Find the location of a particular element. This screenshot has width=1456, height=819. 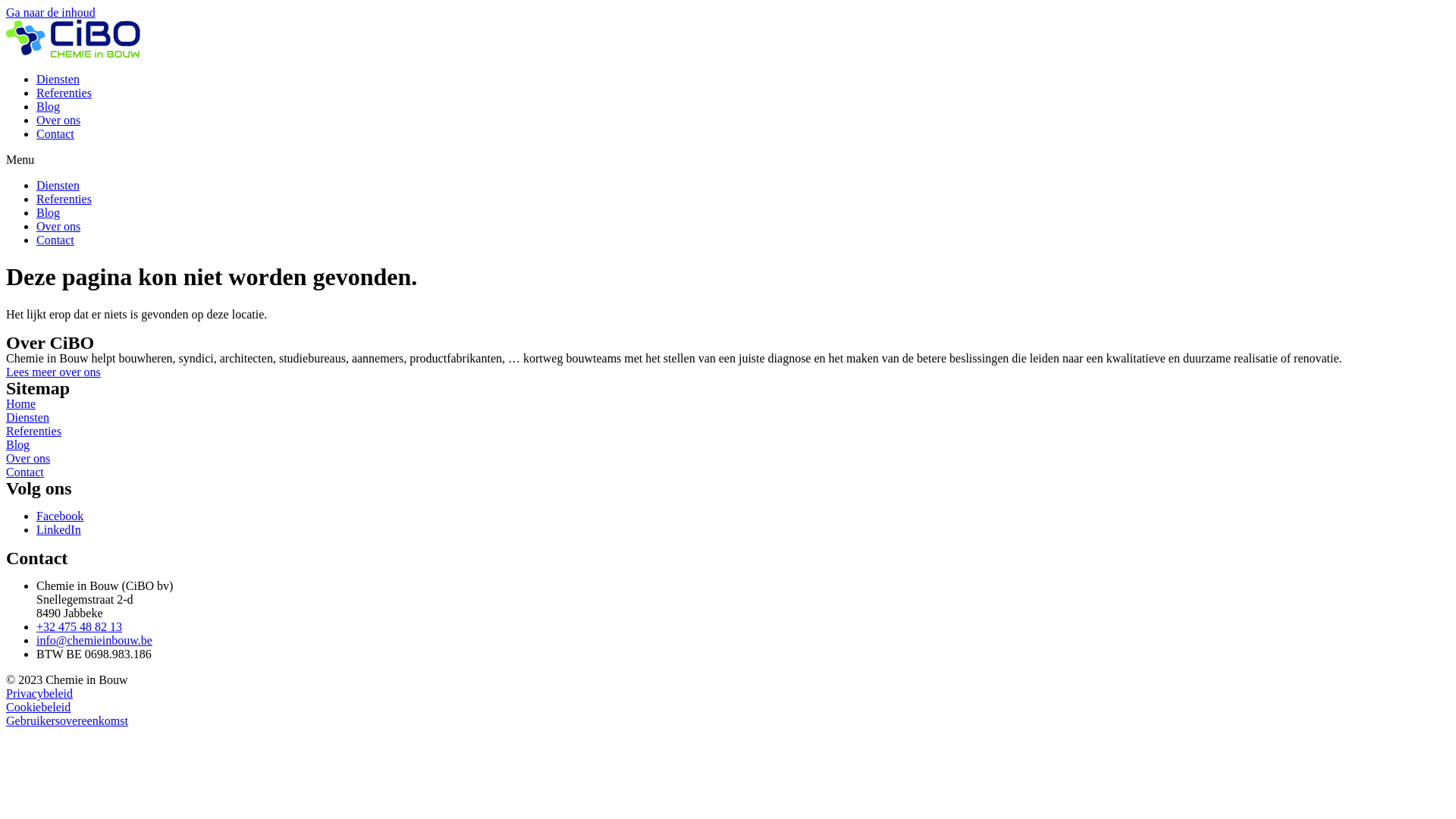

'Lees meer over ons' is located at coordinates (53, 372).